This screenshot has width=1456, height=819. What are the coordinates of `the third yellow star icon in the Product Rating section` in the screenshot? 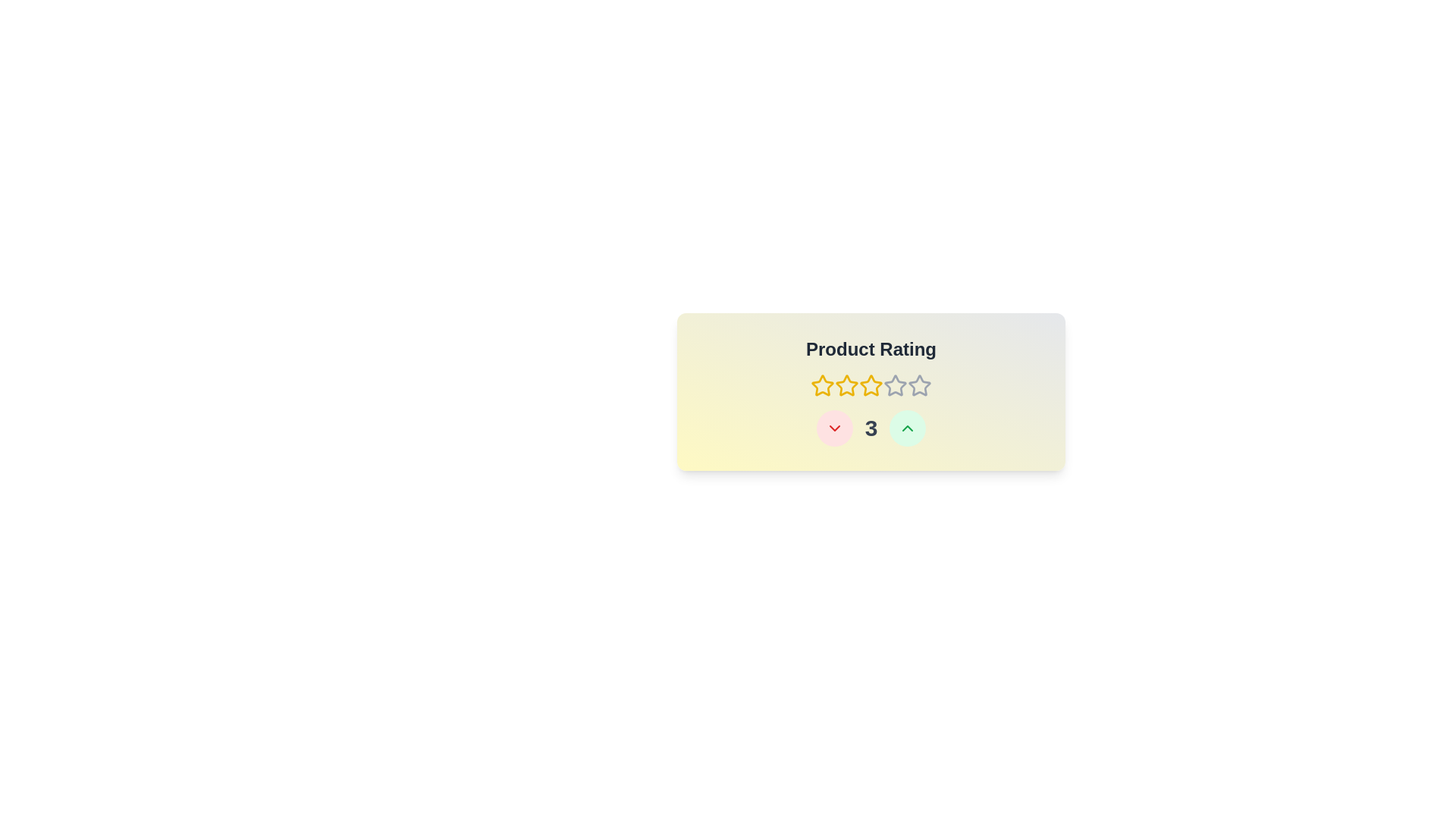 It's located at (871, 391).